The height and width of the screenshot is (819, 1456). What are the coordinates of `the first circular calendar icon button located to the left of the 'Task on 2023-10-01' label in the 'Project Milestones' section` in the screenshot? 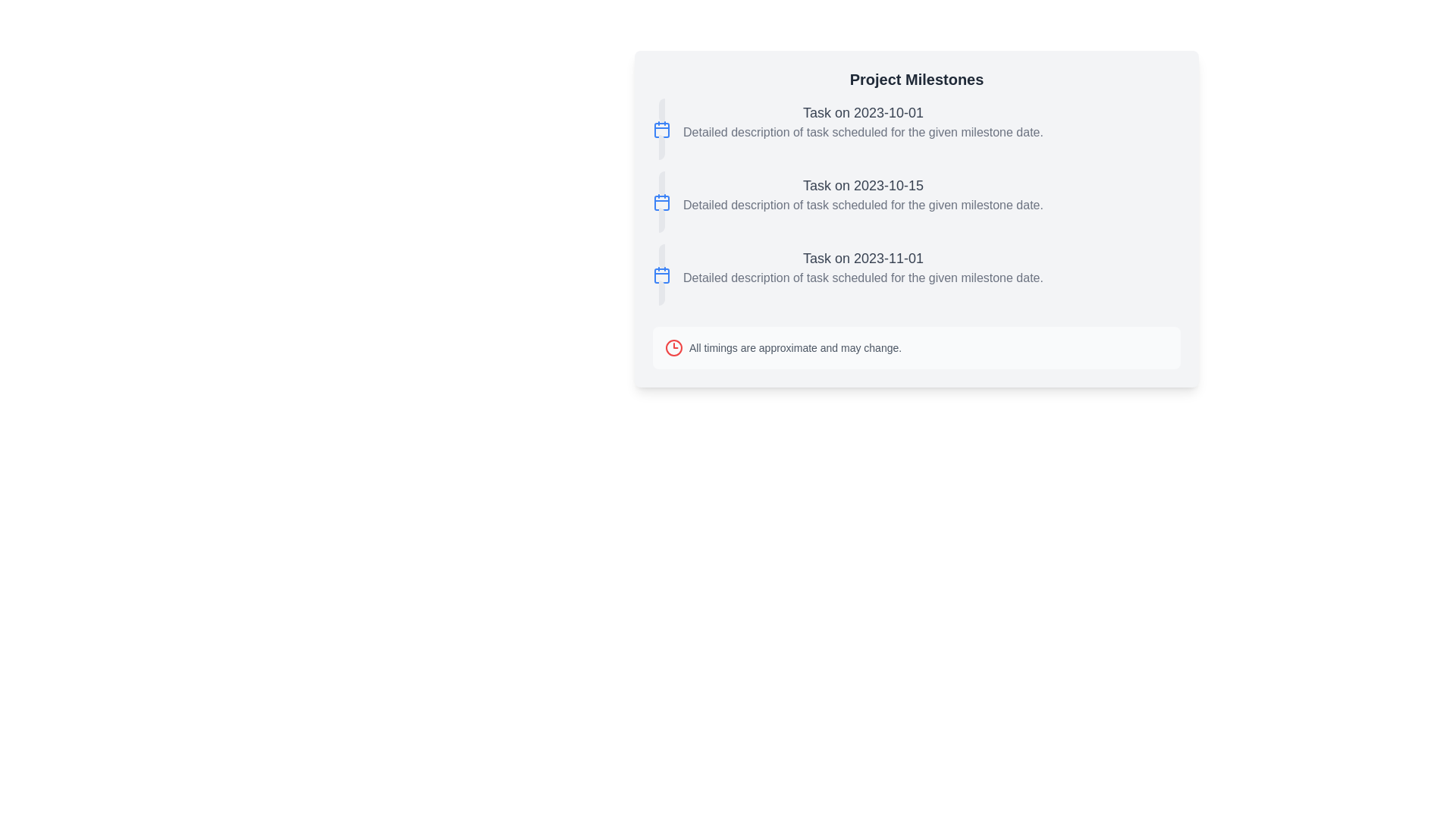 It's located at (662, 127).